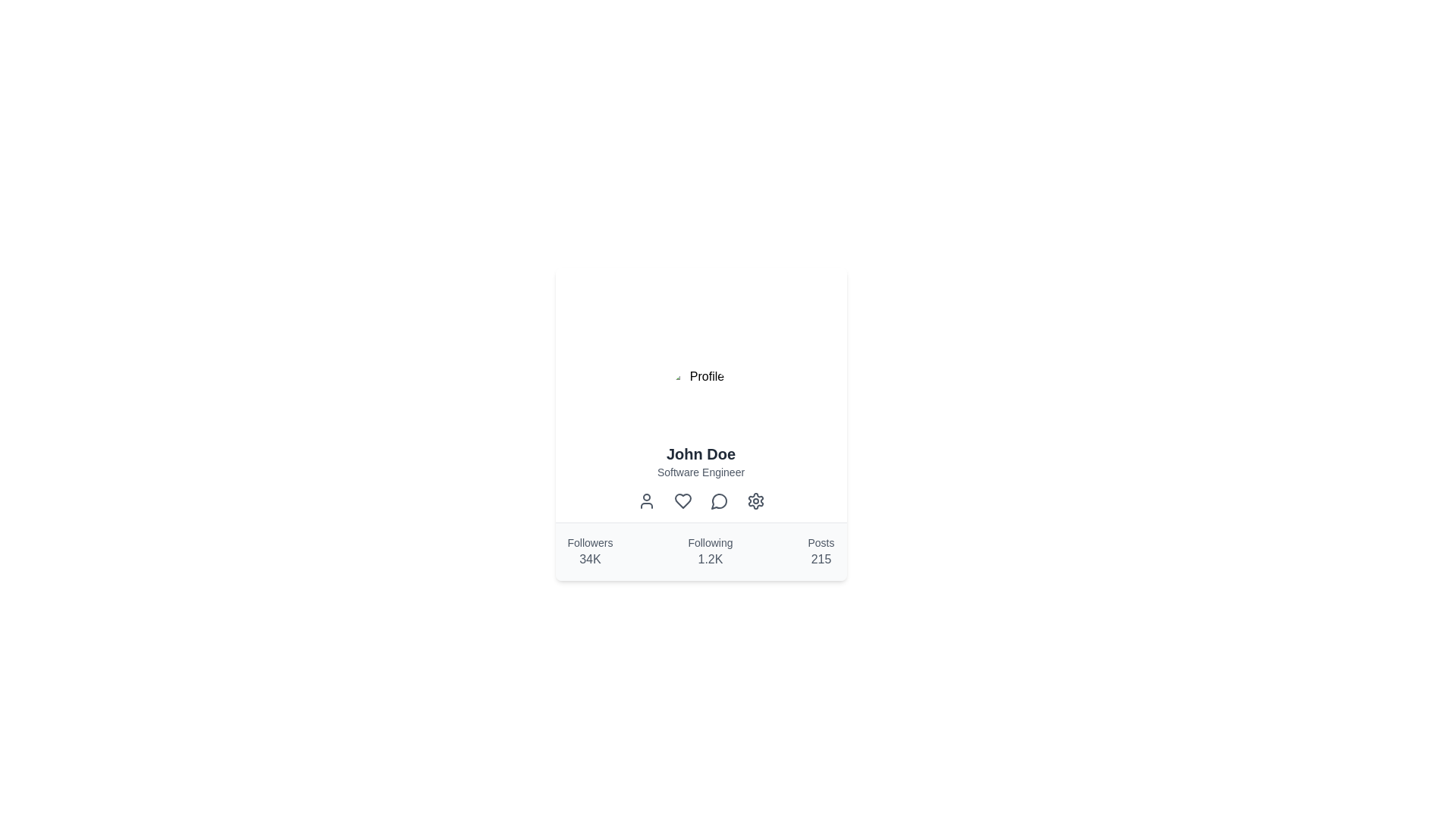 This screenshot has width=1456, height=819. Describe the element at coordinates (821, 542) in the screenshot. I see `text label that says 'Posts', which is positioned at the top of the 'Posts215' group` at that location.